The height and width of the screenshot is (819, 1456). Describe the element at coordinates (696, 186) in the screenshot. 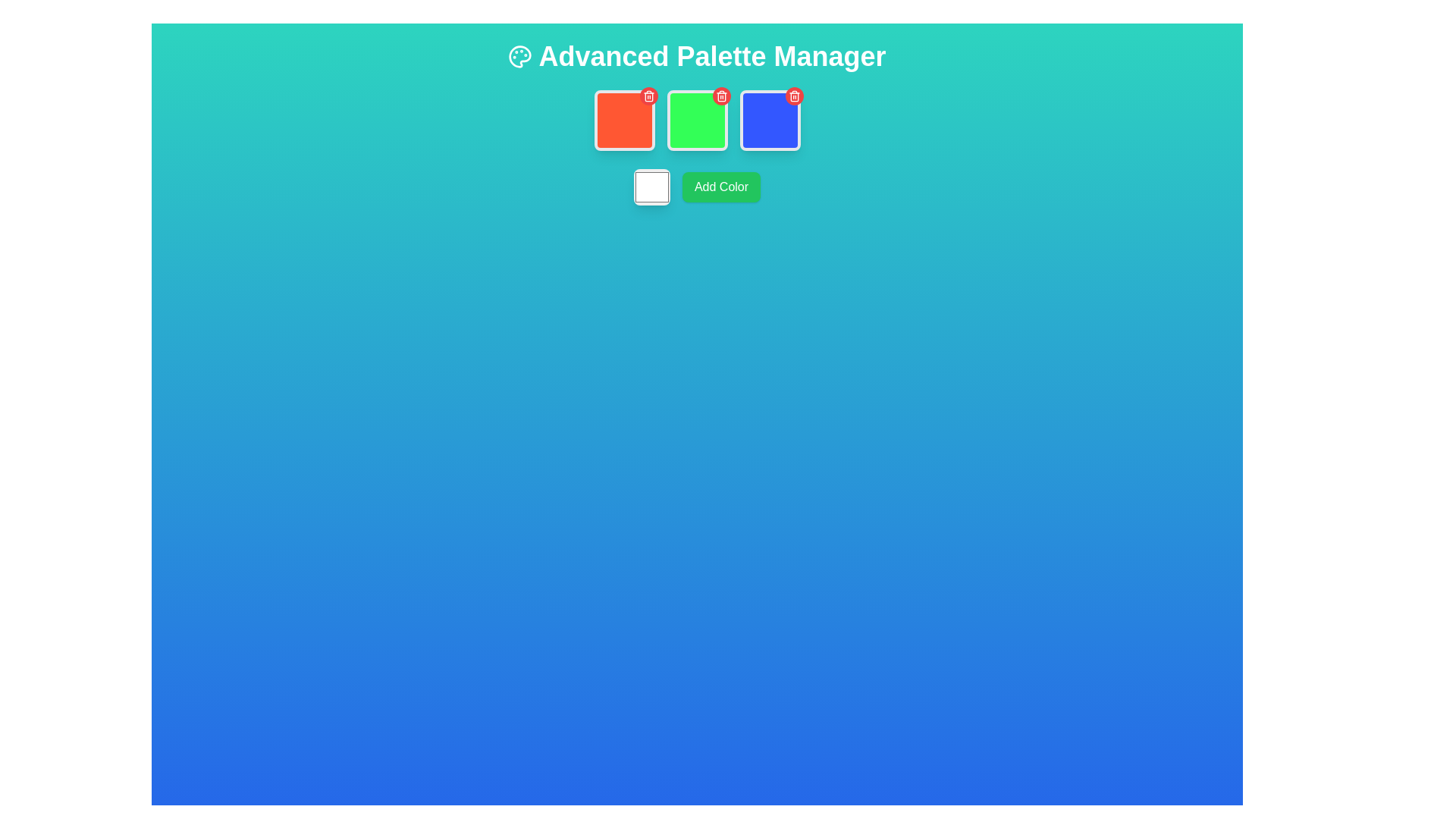

I see `the button below the three colored boxes in the Advanced Palette Manager` at that location.